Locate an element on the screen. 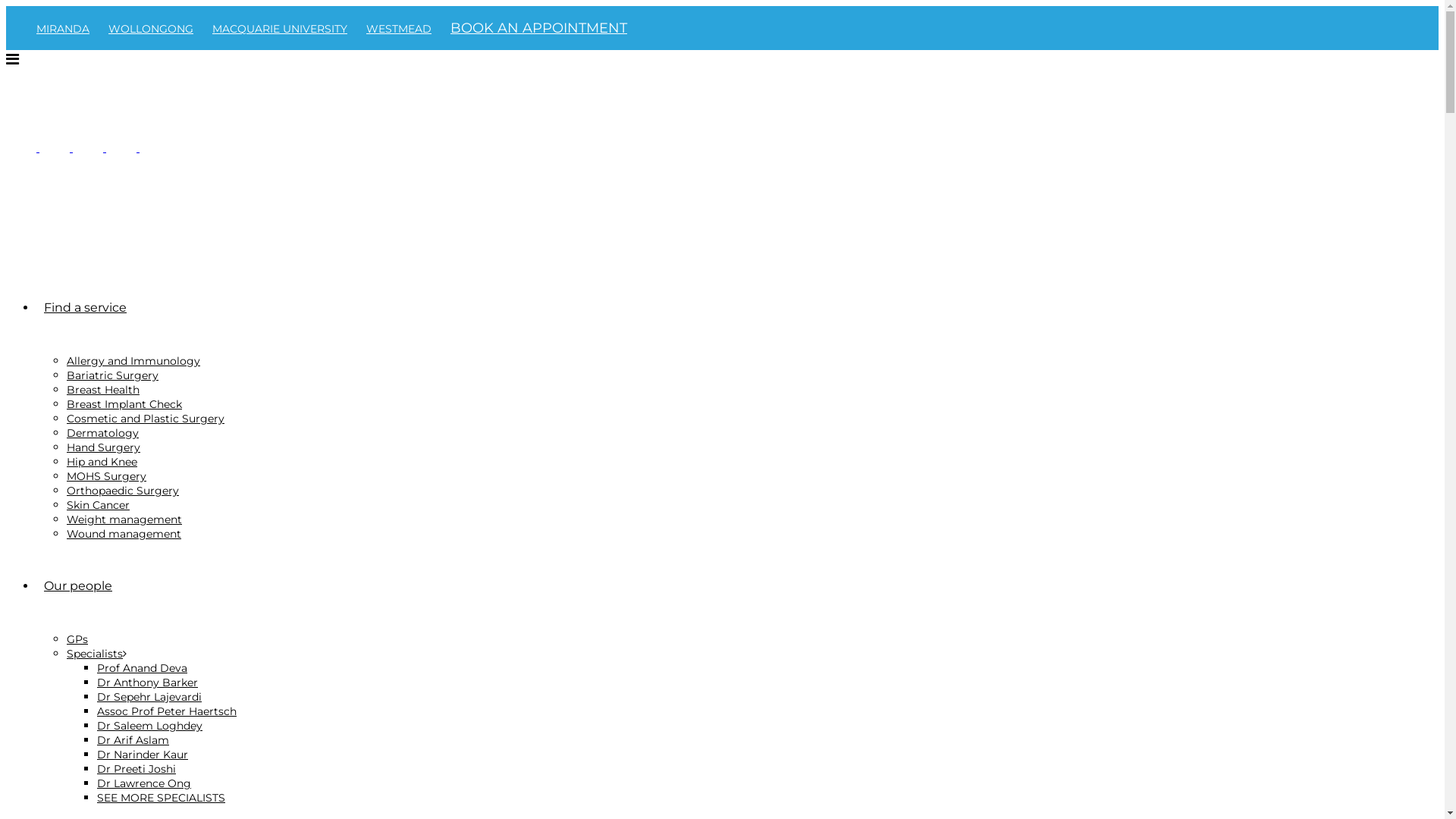 The height and width of the screenshot is (819, 1456). 'Our people' is located at coordinates (77, 585).